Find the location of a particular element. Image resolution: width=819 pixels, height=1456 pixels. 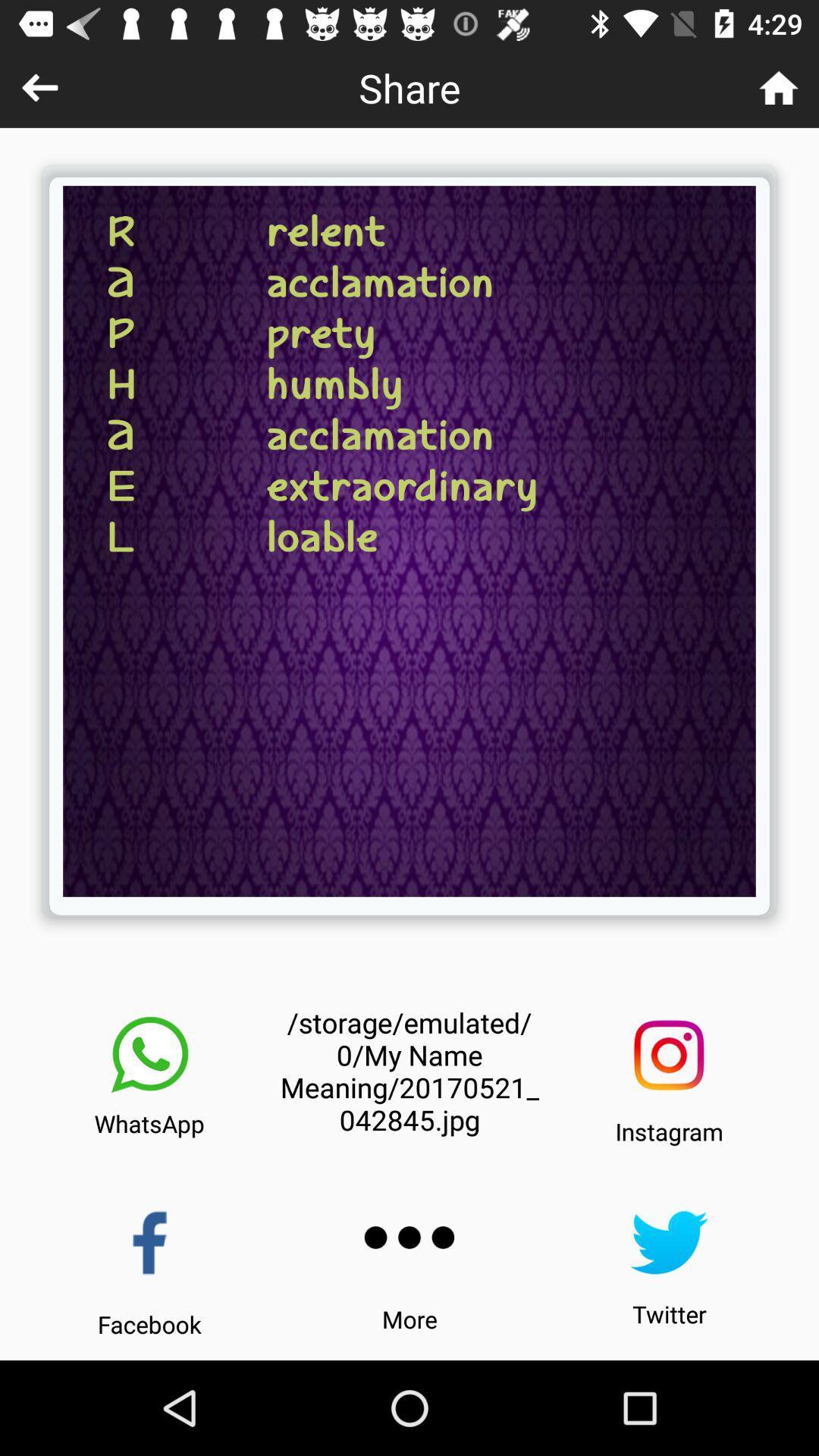

the icon below storage emulated 0 icon is located at coordinates (409, 1238).